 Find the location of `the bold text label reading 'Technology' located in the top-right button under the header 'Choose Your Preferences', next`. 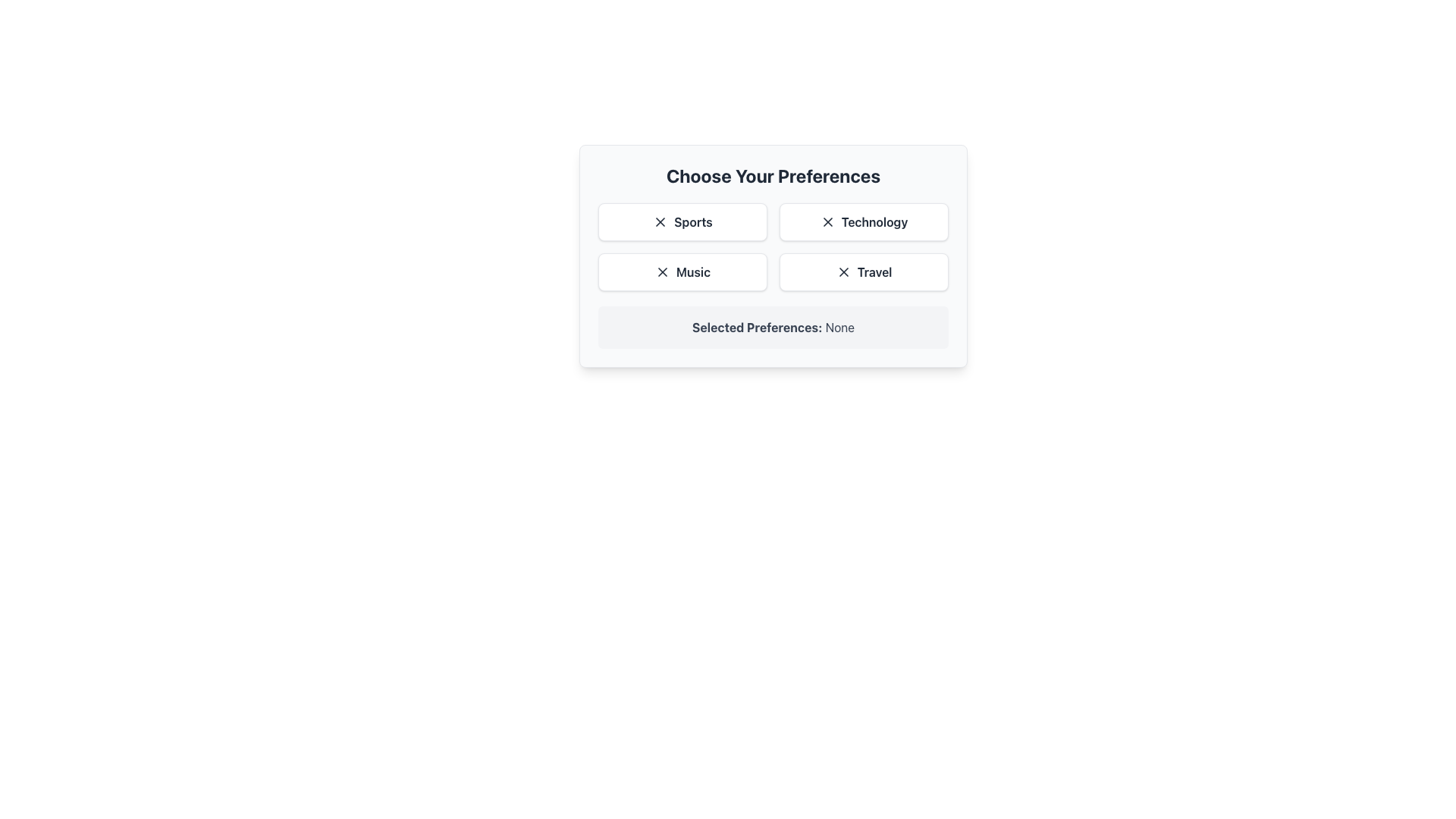

the bold text label reading 'Technology' located in the top-right button under the header 'Choose Your Preferences', next is located at coordinates (874, 222).